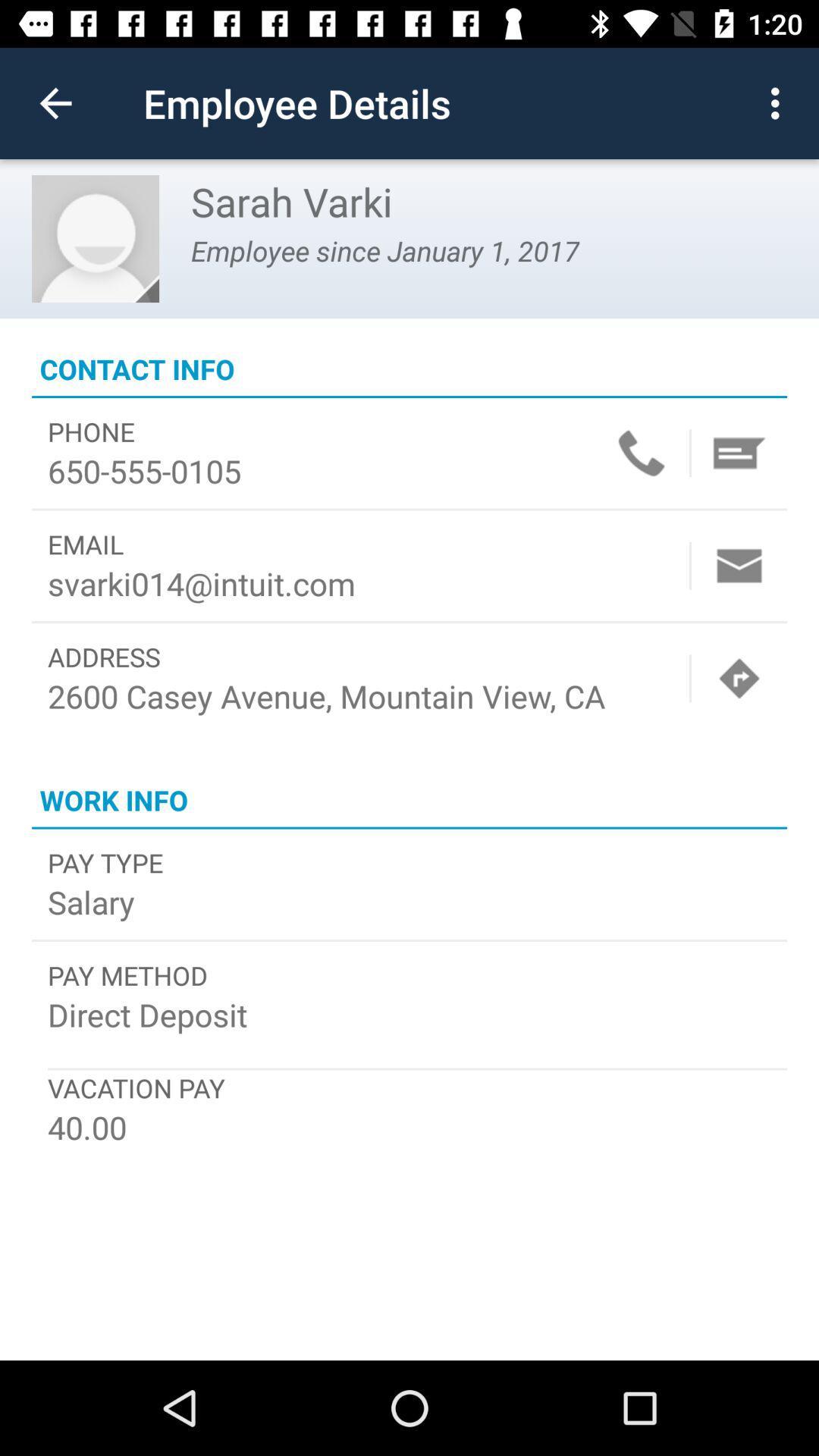  I want to click on the avatar icon, so click(96, 238).